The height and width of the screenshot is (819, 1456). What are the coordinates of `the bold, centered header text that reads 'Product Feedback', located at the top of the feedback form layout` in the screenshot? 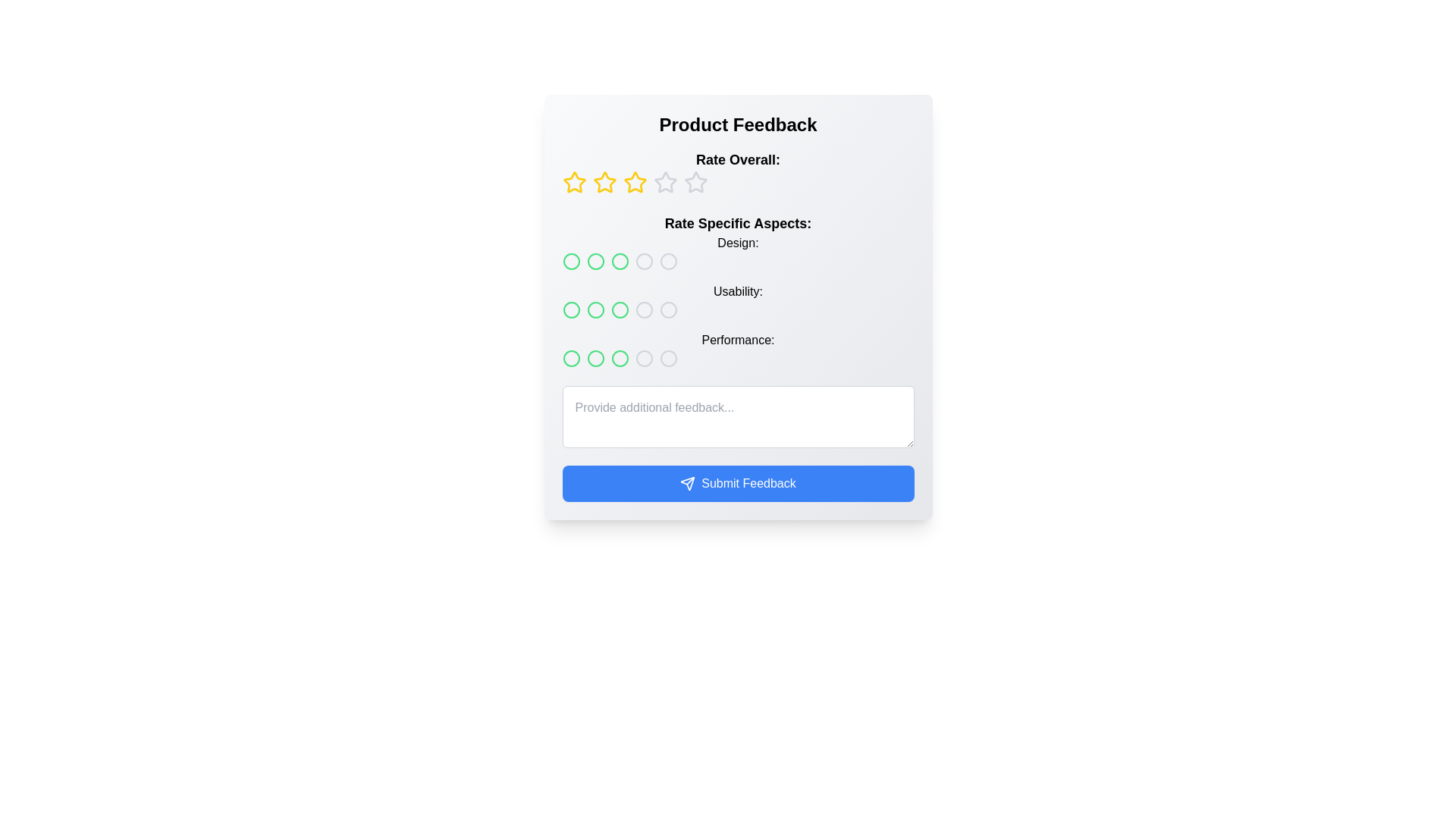 It's located at (738, 124).